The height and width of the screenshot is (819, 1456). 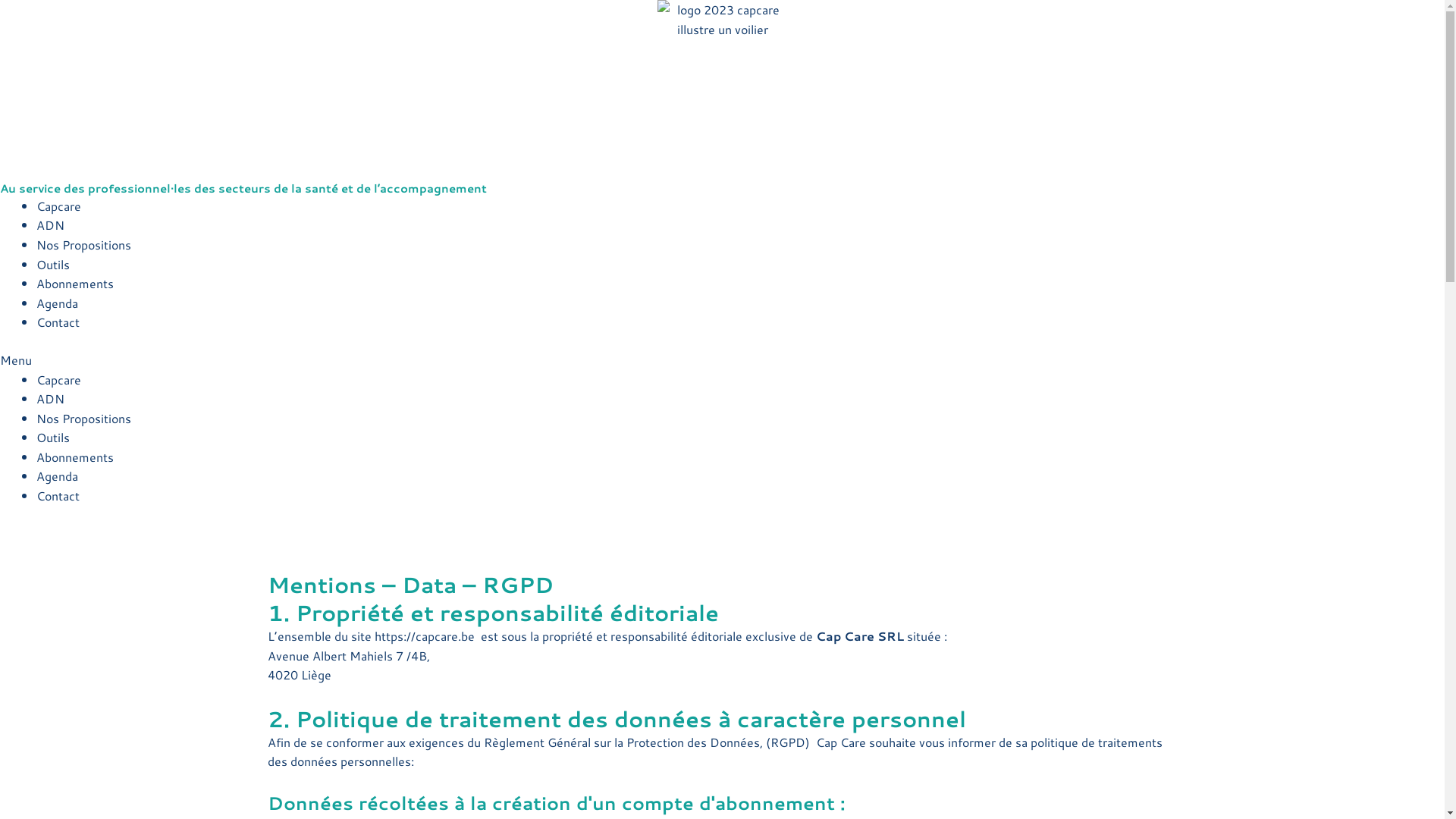 What do you see at coordinates (36, 378) in the screenshot?
I see `'Capcare'` at bounding box center [36, 378].